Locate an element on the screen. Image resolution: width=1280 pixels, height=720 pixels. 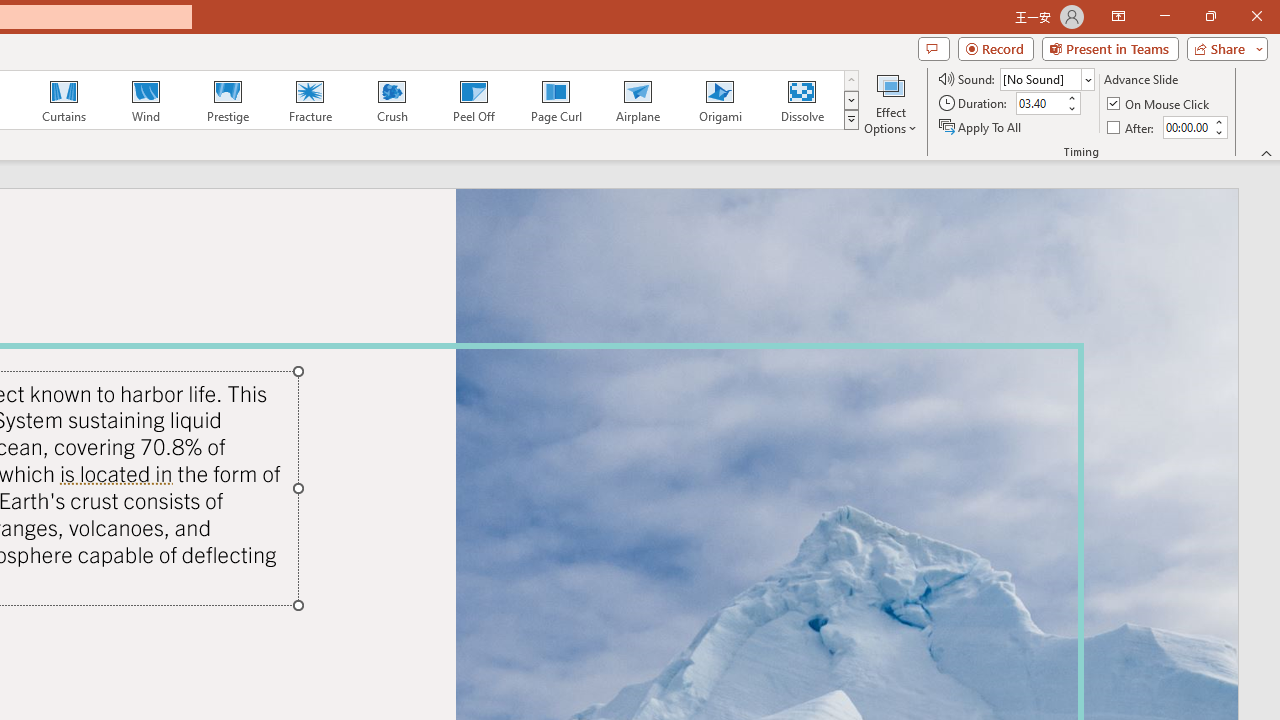
'Crush' is located at coordinates (391, 100).